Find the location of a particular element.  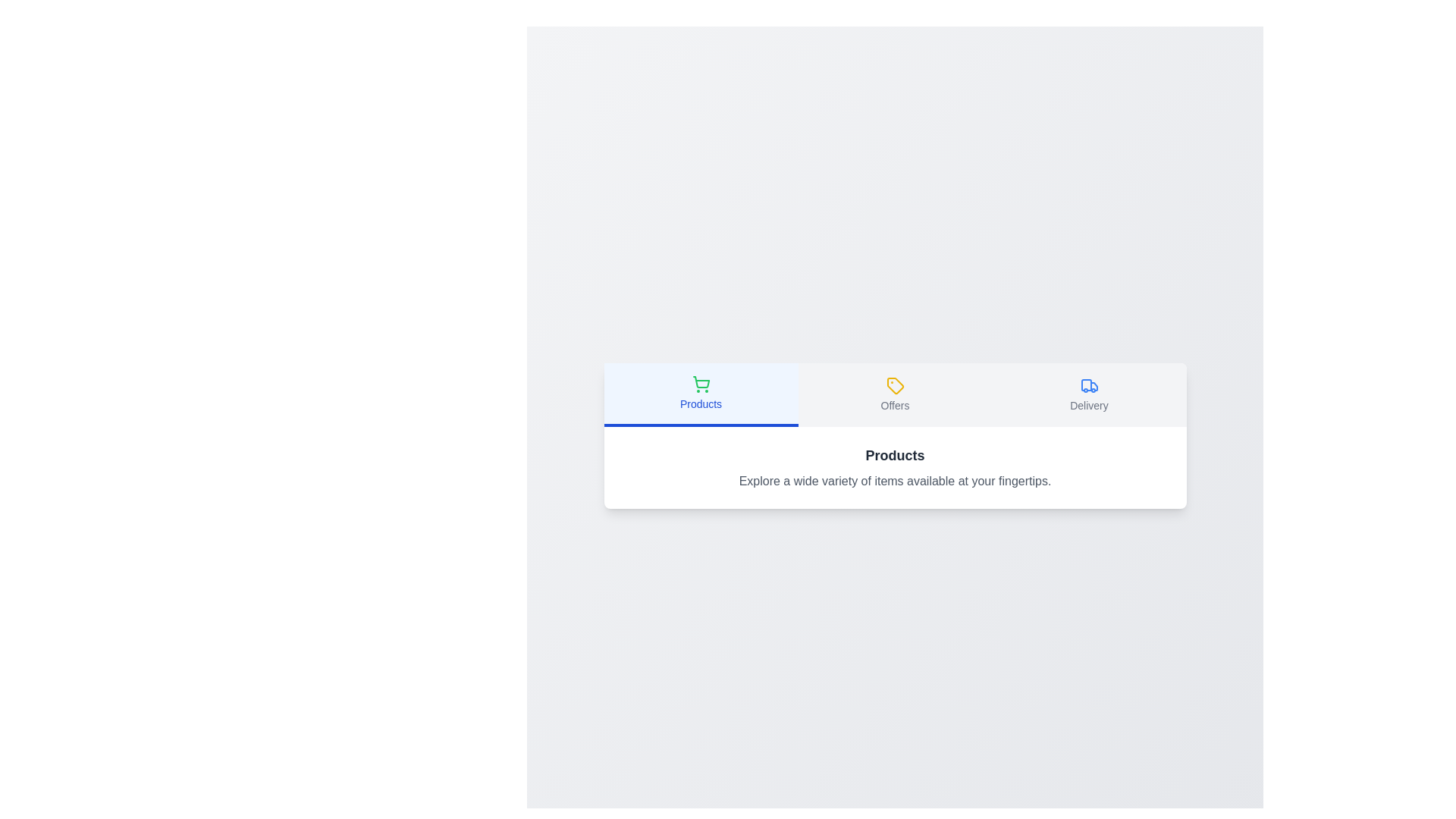

the tab labeled Products by clicking on its button is located at coordinates (700, 394).